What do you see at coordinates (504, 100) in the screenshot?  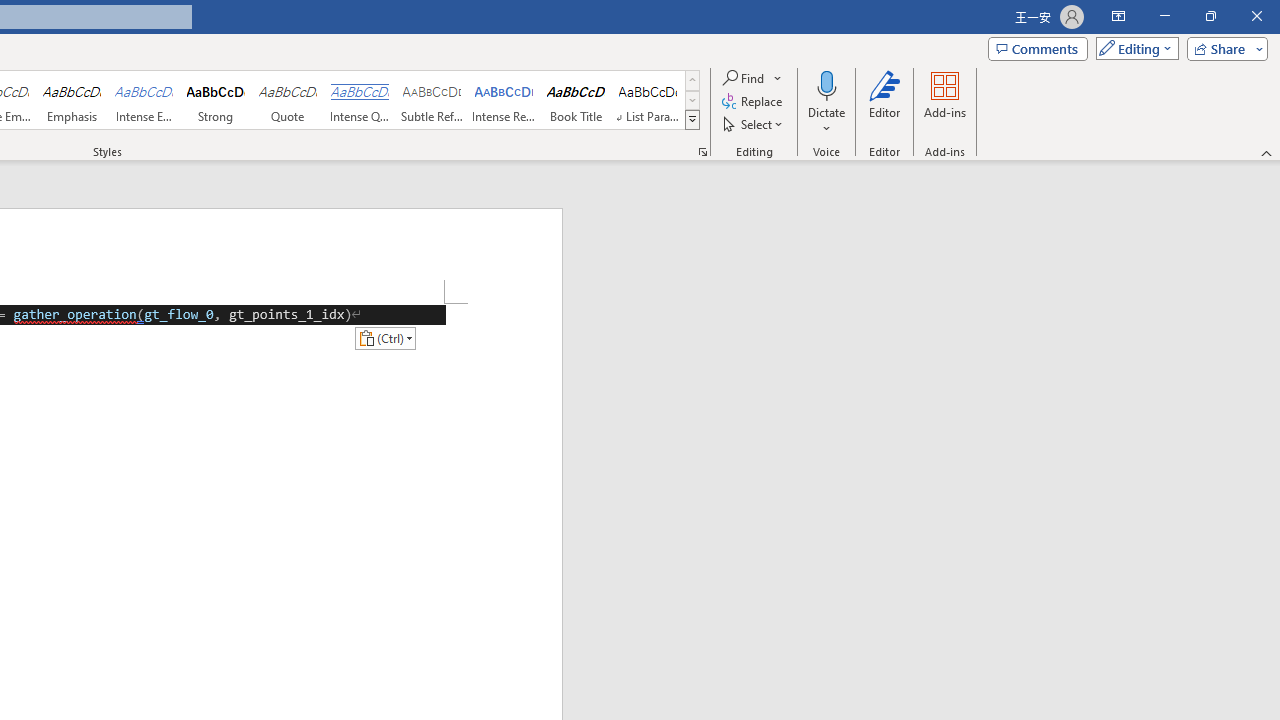 I see `'Intense Reference'` at bounding box center [504, 100].